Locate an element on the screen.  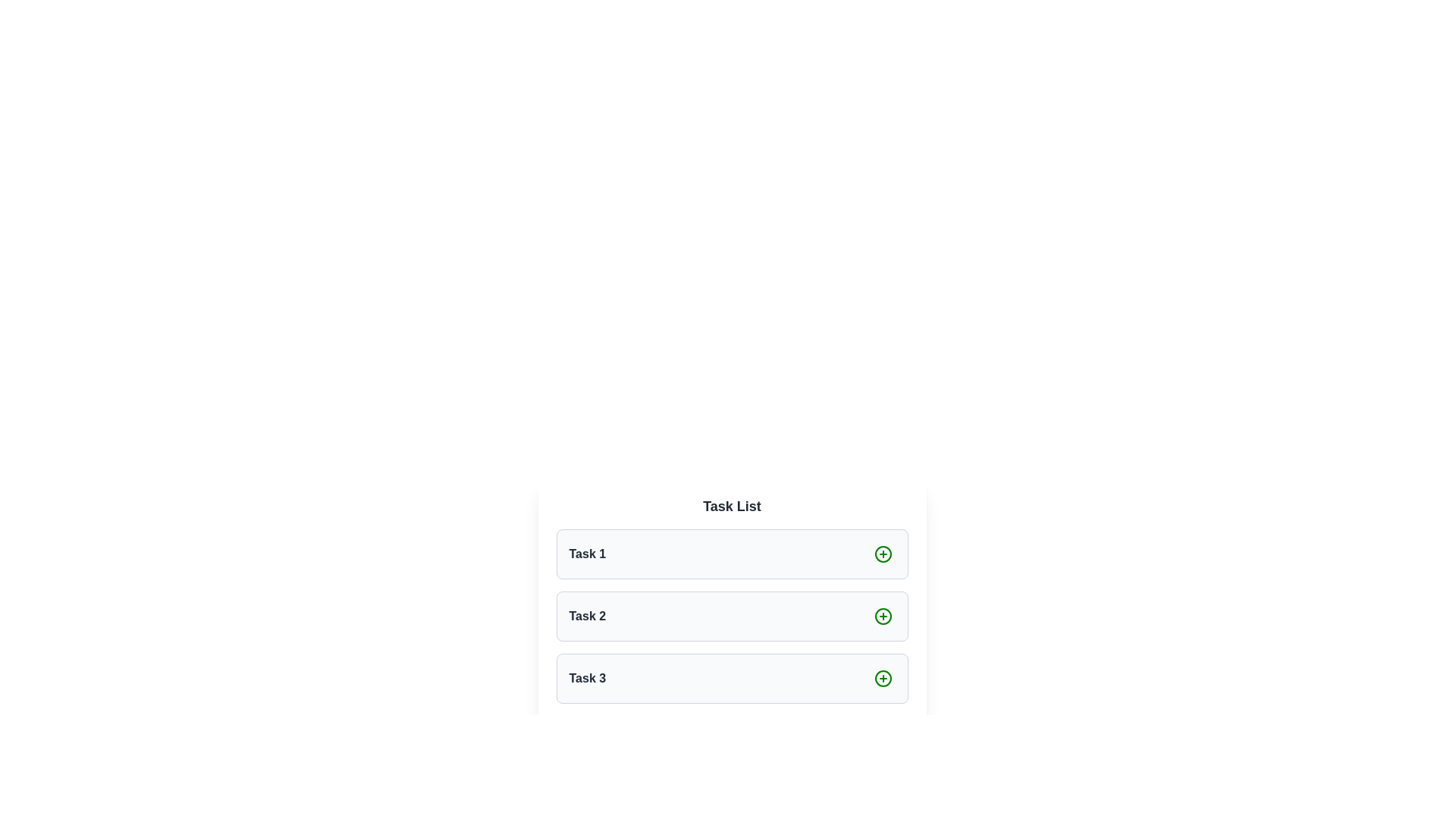
the SVG circle element that visually encloses the '+' symbol in the 'Add' icon, located at the end of the row for 'Task 1' is located at coordinates (883, 554).